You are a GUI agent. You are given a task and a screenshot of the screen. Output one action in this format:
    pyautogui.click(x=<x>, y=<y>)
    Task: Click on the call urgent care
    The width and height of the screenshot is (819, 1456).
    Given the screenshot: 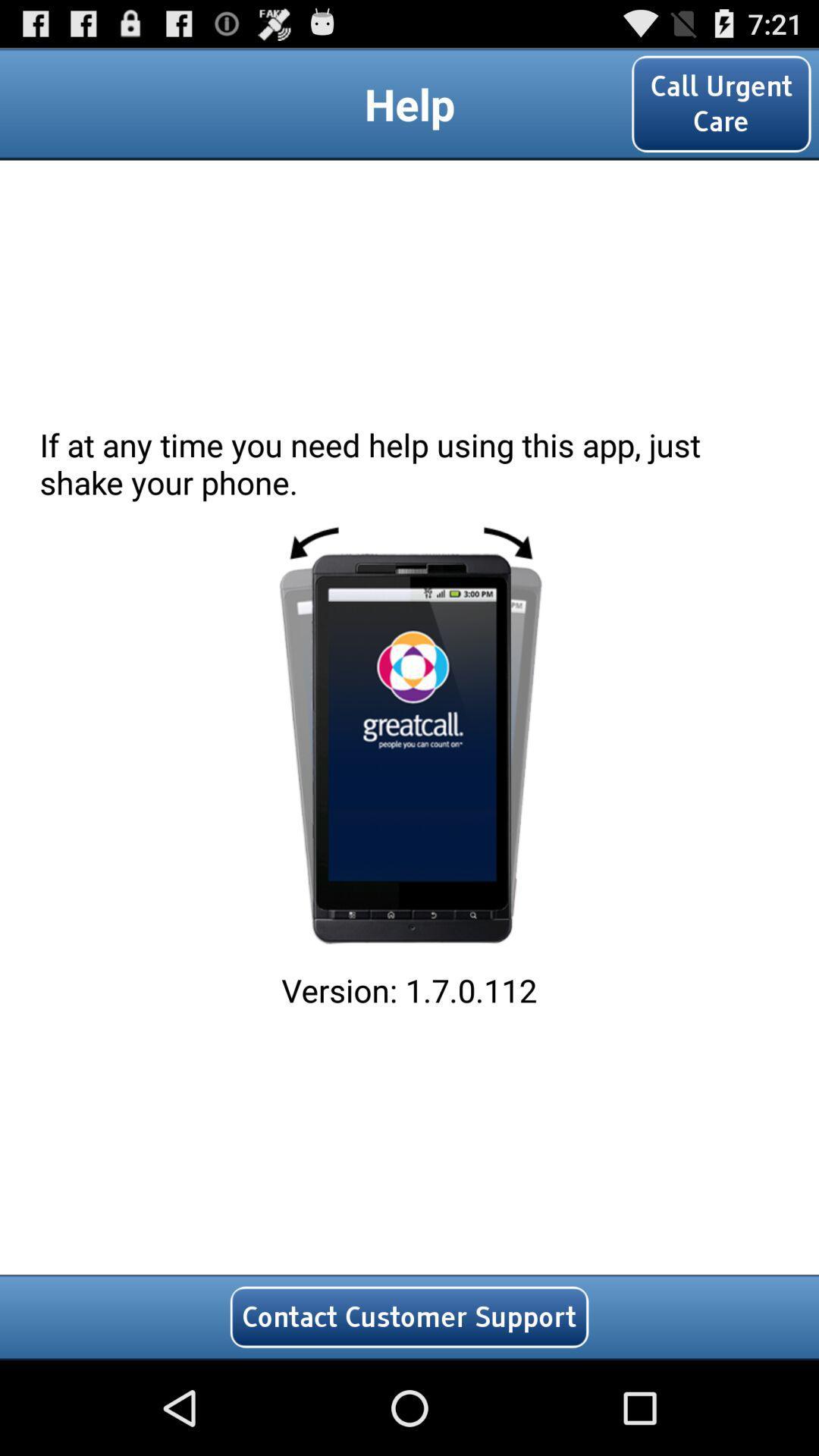 What is the action you would take?
    pyautogui.click(x=720, y=103)
    